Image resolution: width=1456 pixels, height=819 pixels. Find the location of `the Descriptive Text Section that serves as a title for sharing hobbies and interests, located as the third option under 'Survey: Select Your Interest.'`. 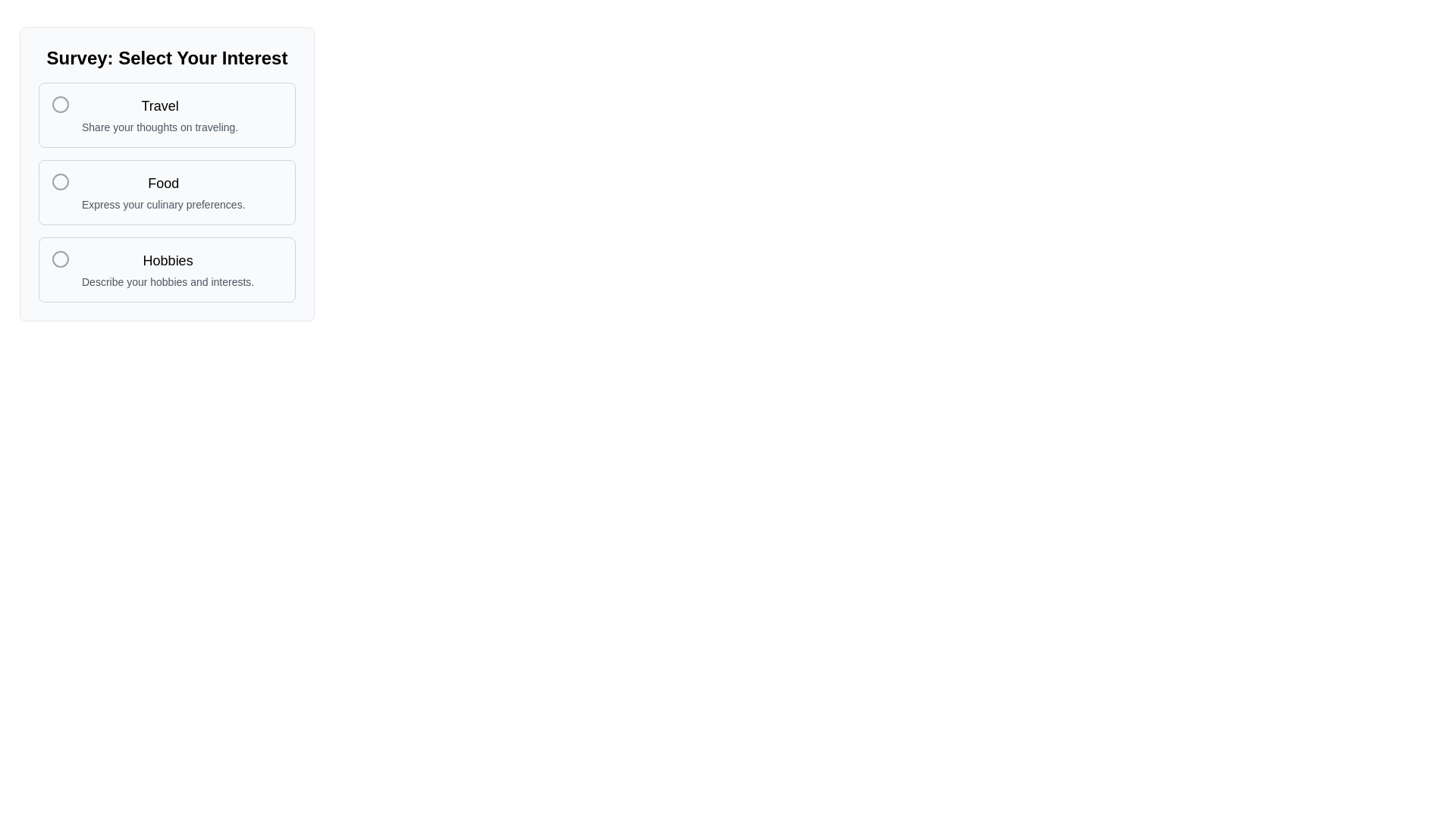

the Descriptive Text Section that serves as a title for sharing hobbies and interests, located as the third option under 'Survey: Select Your Interest.' is located at coordinates (168, 268).